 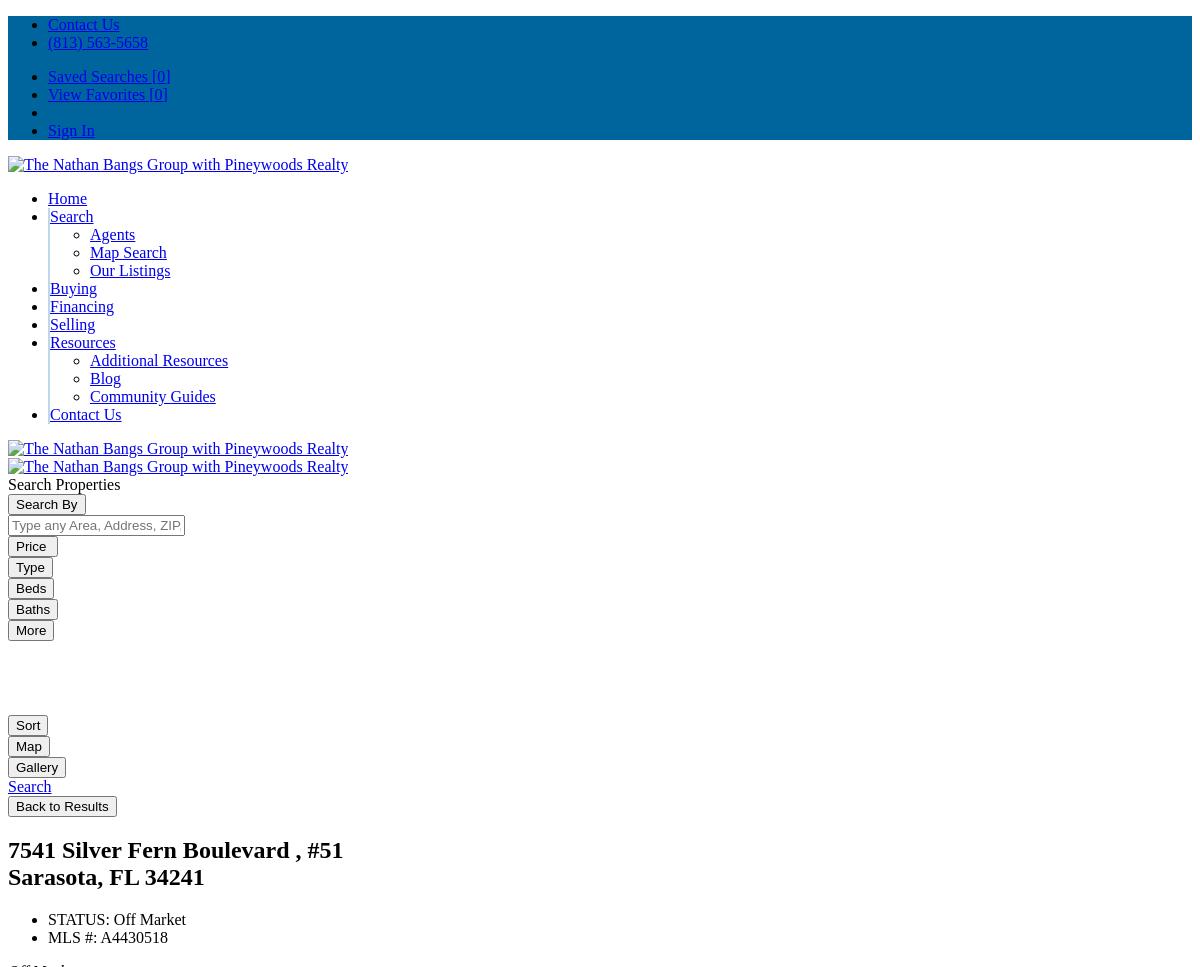 What do you see at coordinates (105, 378) in the screenshot?
I see `'Blog'` at bounding box center [105, 378].